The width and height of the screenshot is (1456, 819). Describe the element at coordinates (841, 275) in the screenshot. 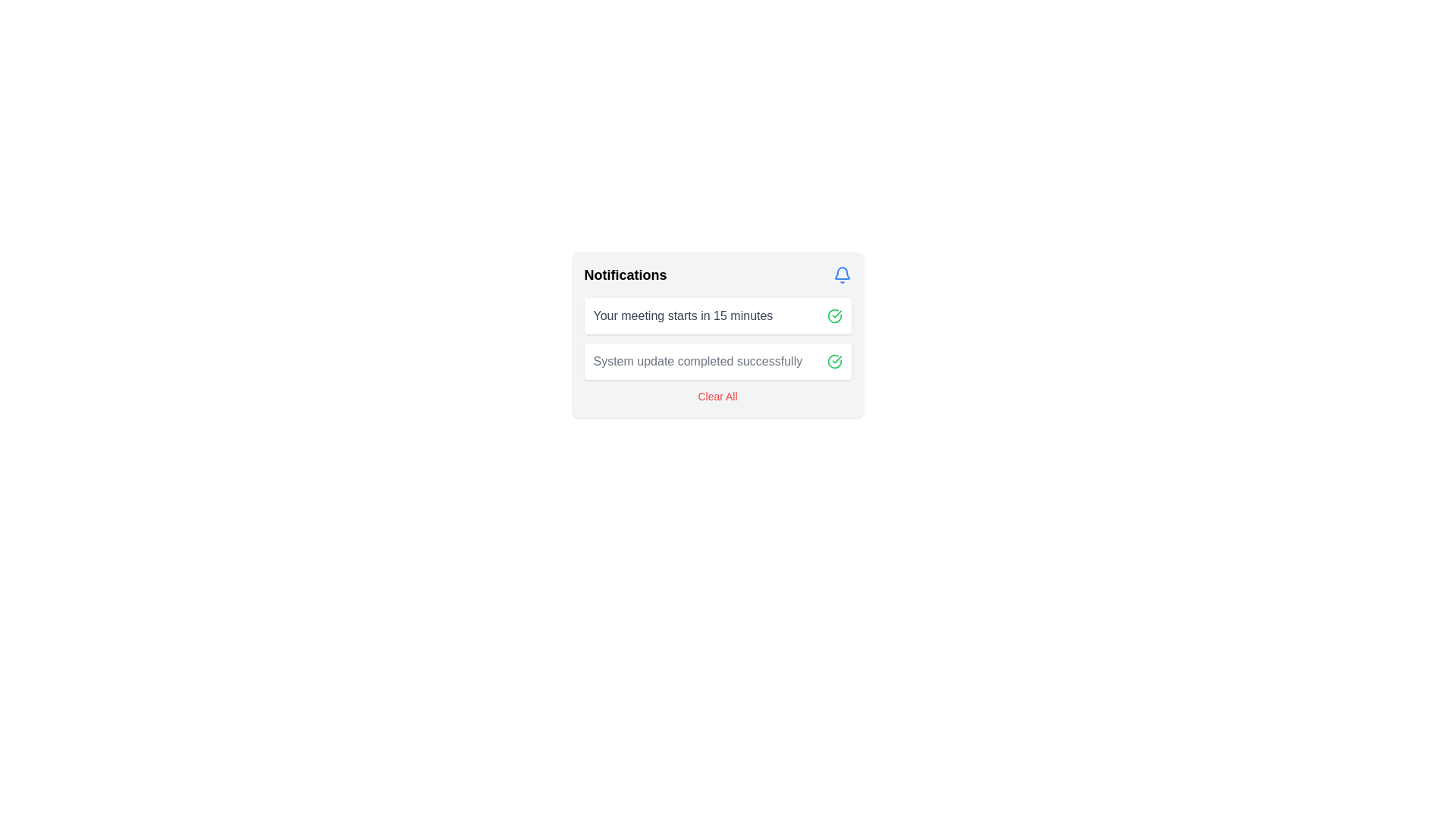

I see `the decorative bell icon located in the header of the 'Notifications' section, aligned to the far right of the header text 'Notifications'` at that location.